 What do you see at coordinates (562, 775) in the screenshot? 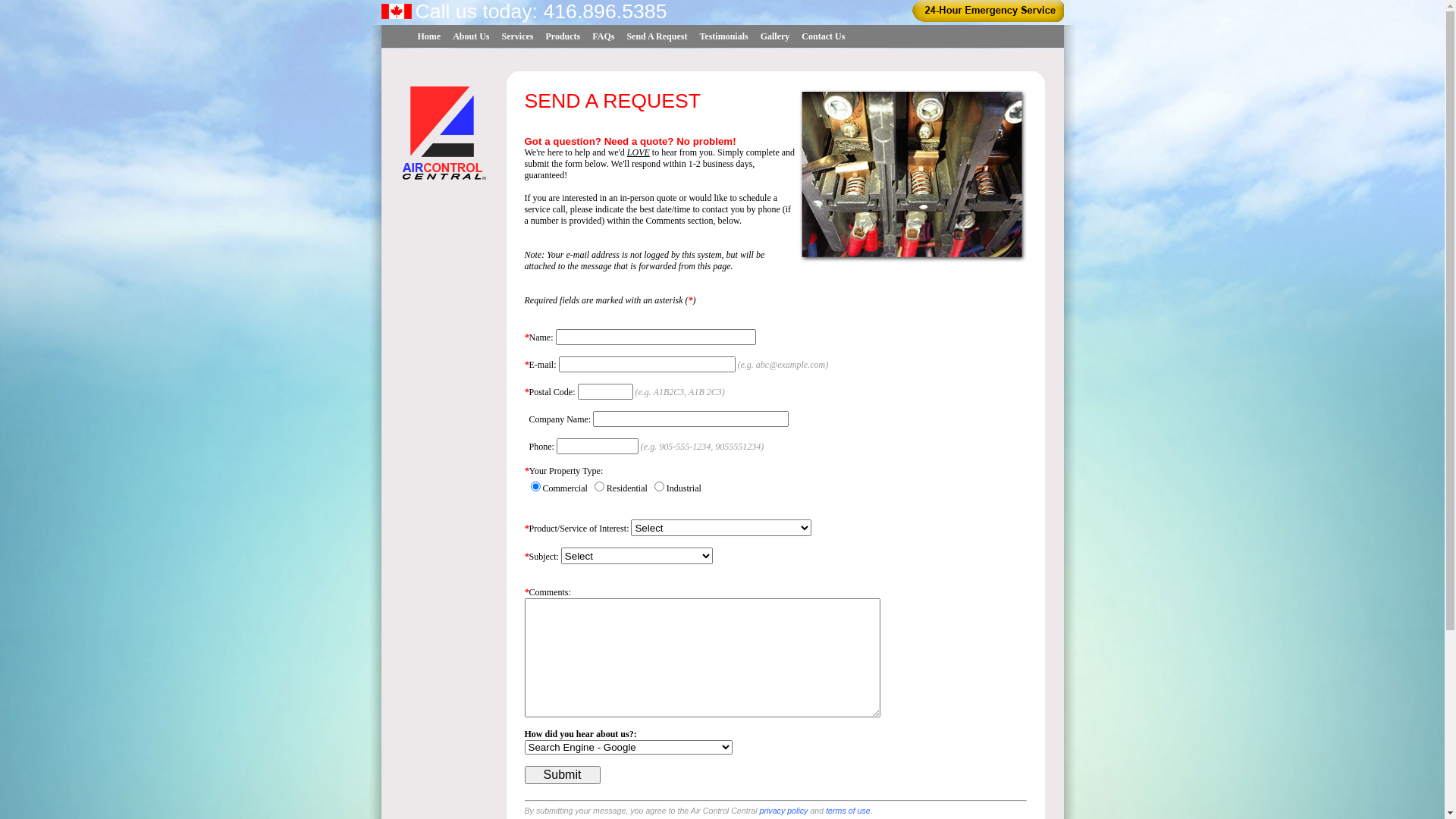
I see `'Submit'` at bounding box center [562, 775].